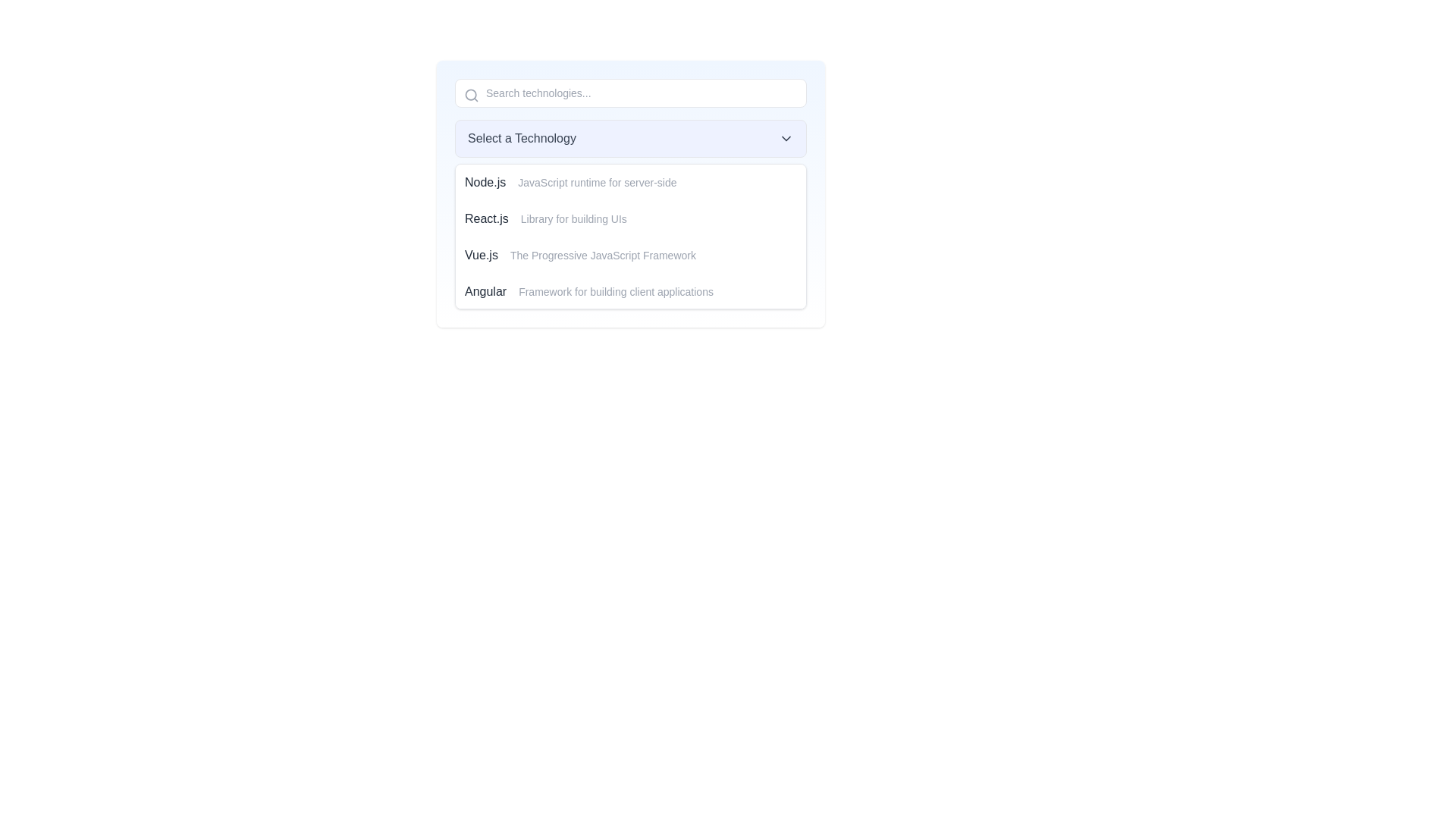  Describe the element at coordinates (485, 292) in the screenshot. I see `the 'Angular' text label` at that location.